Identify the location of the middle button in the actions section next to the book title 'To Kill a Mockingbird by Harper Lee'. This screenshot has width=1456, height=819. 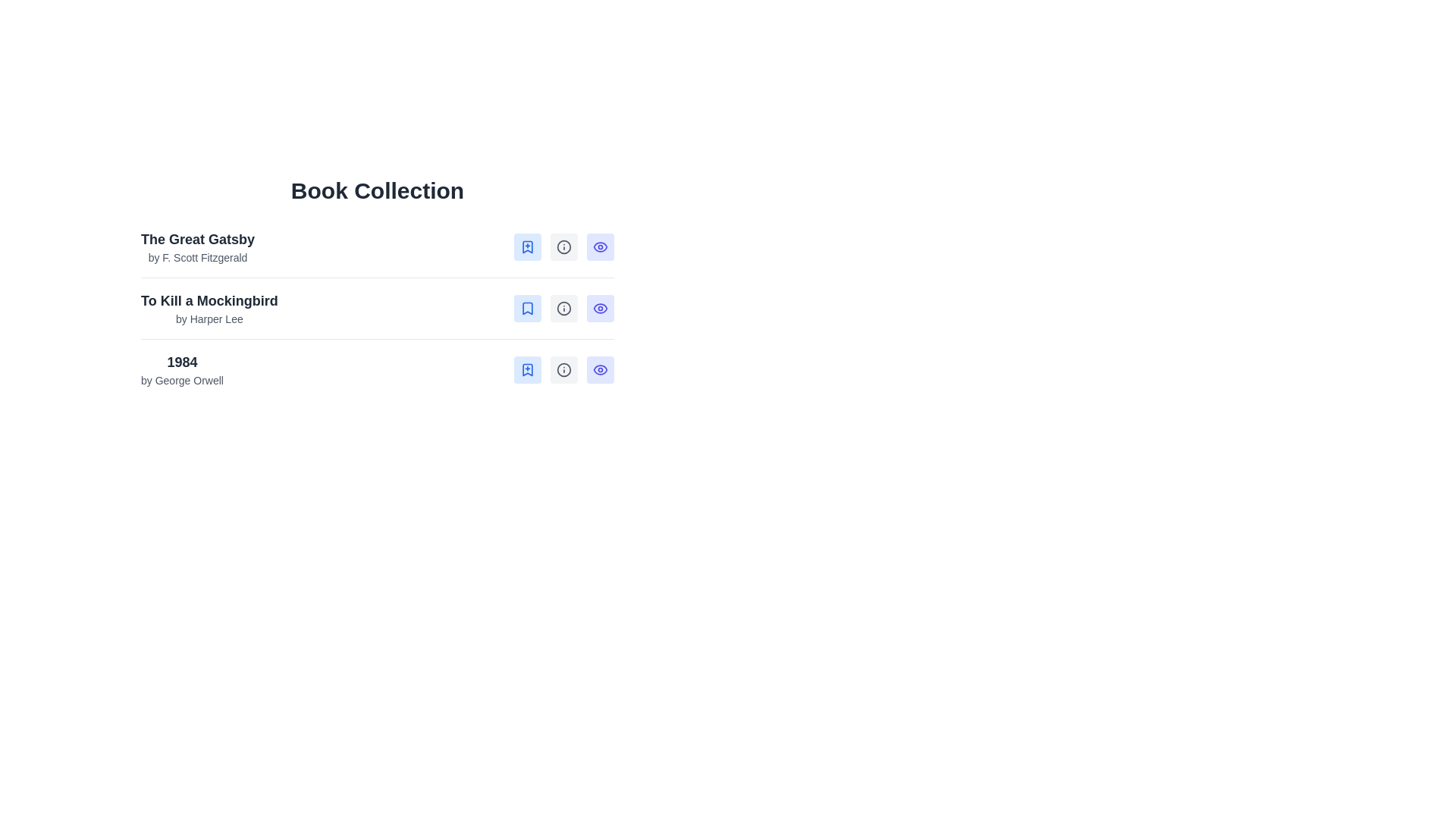
(563, 308).